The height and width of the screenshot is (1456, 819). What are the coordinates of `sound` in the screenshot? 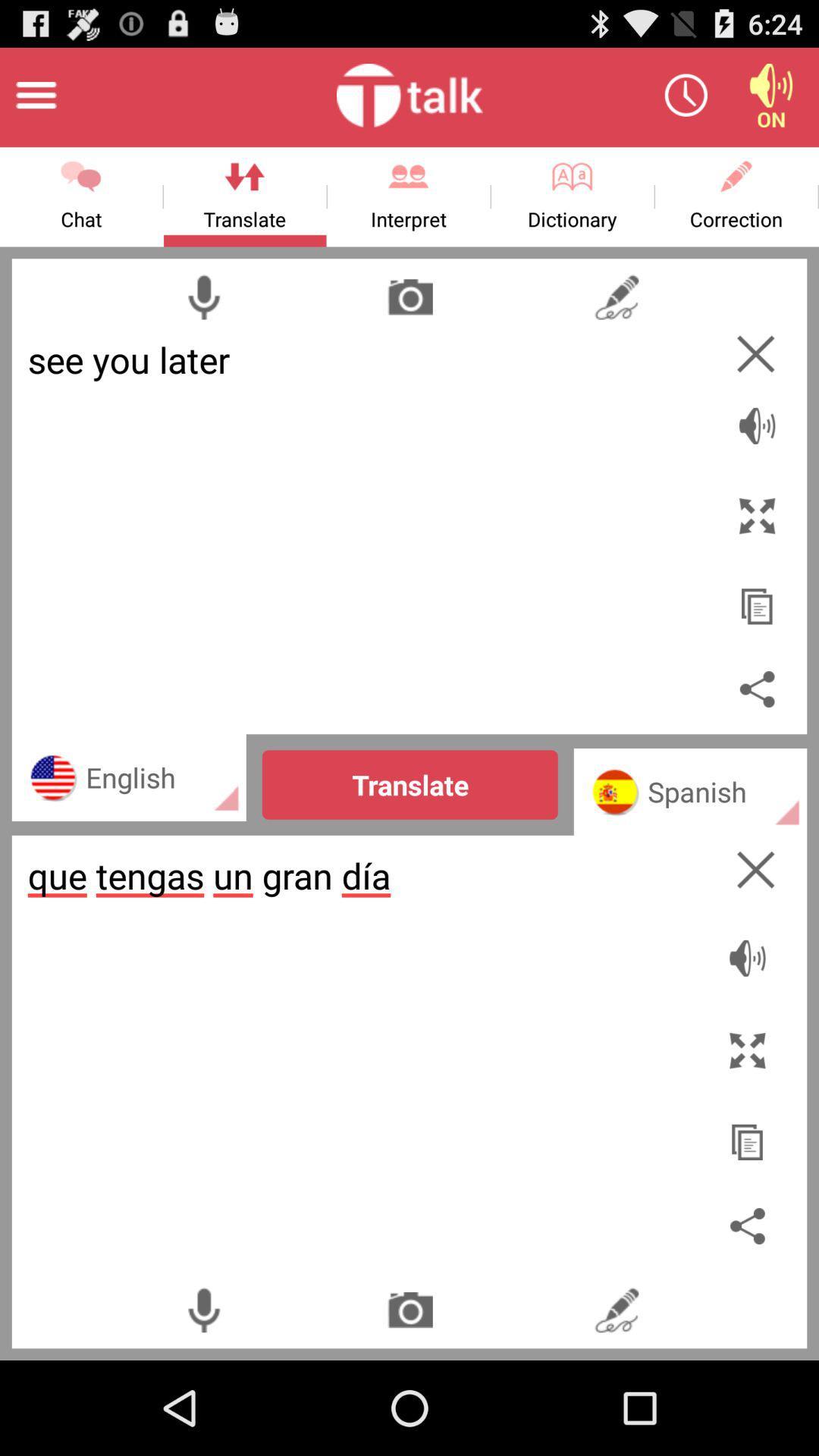 It's located at (751, 949).